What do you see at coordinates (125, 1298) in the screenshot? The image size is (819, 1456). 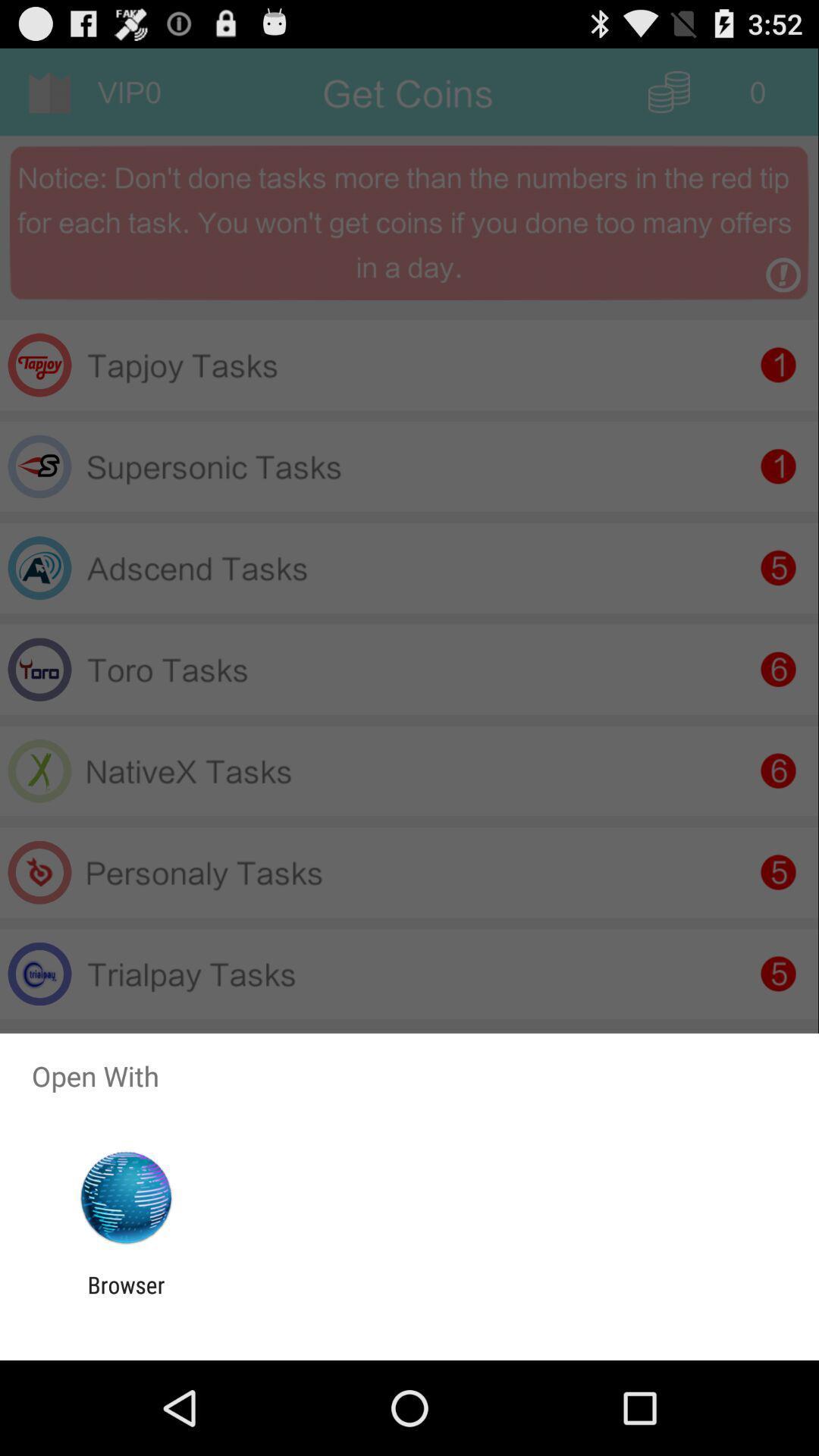 I see `browser item` at bounding box center [125, 1298].